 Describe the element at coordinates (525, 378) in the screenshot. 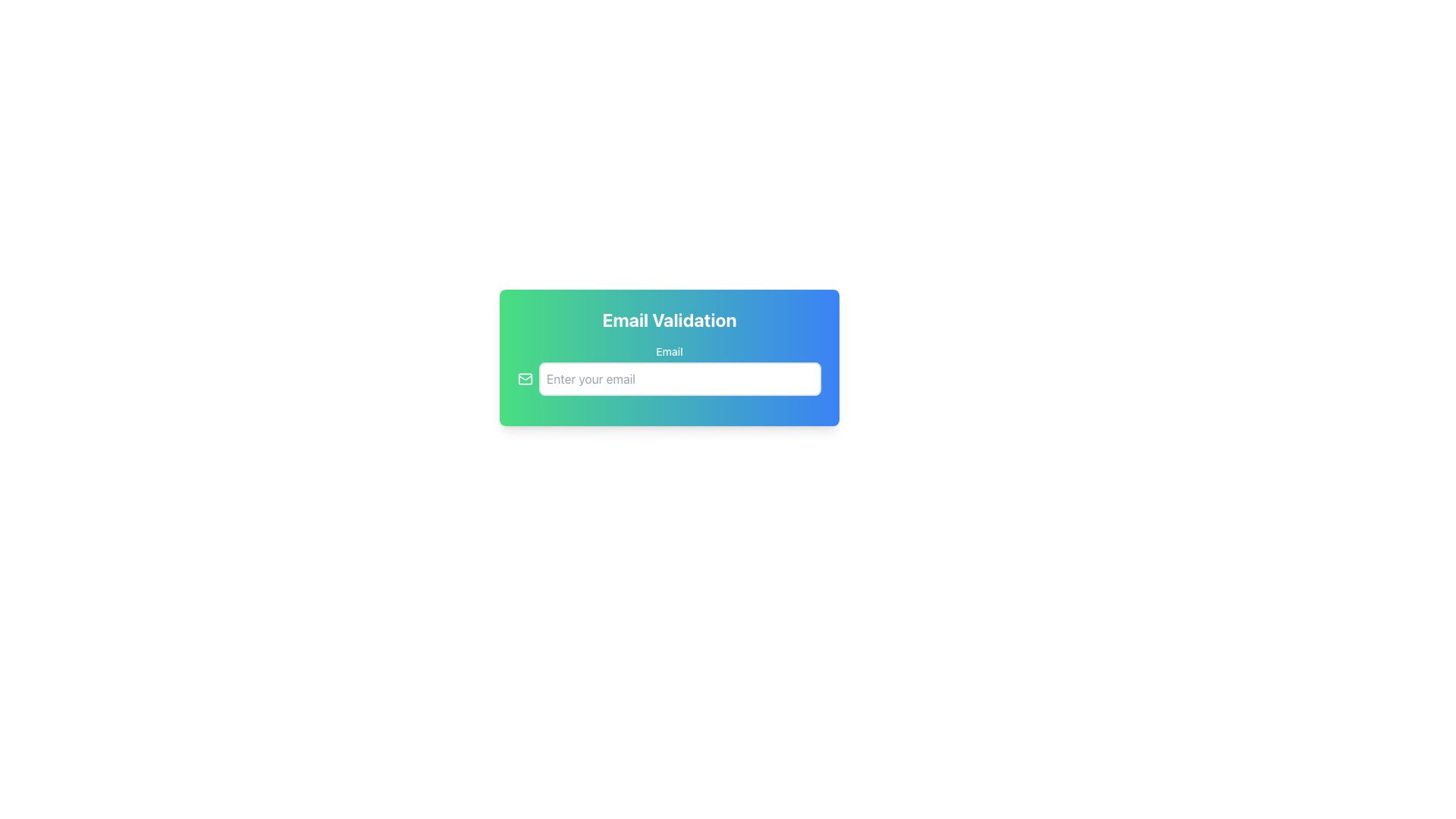

I see `the envelope icon representing email, which is styled with white strokes on a transparent background and located to the left of the email input field` at that location.